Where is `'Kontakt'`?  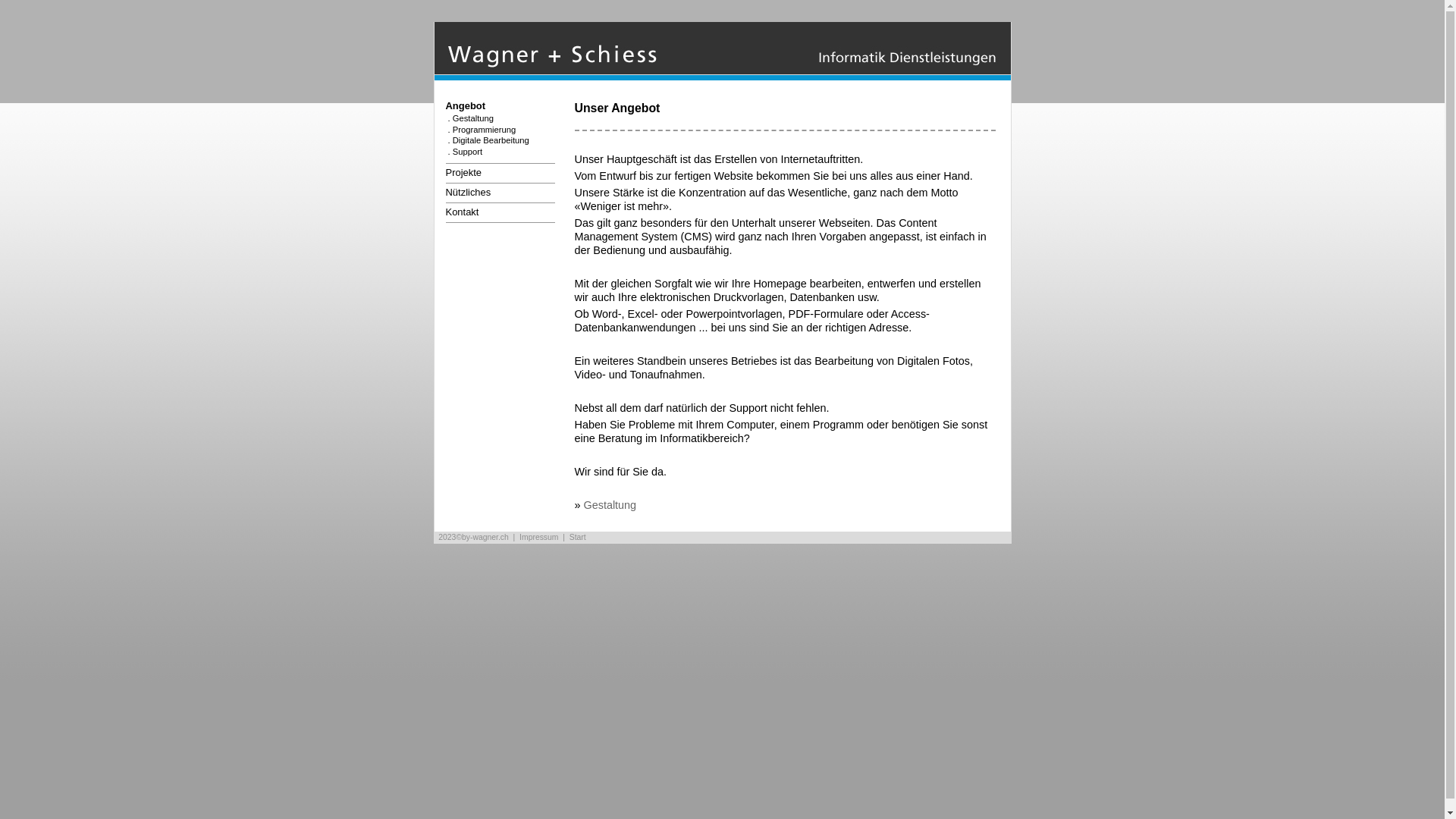
'Kontakt' is located at coordinates (461, 212).